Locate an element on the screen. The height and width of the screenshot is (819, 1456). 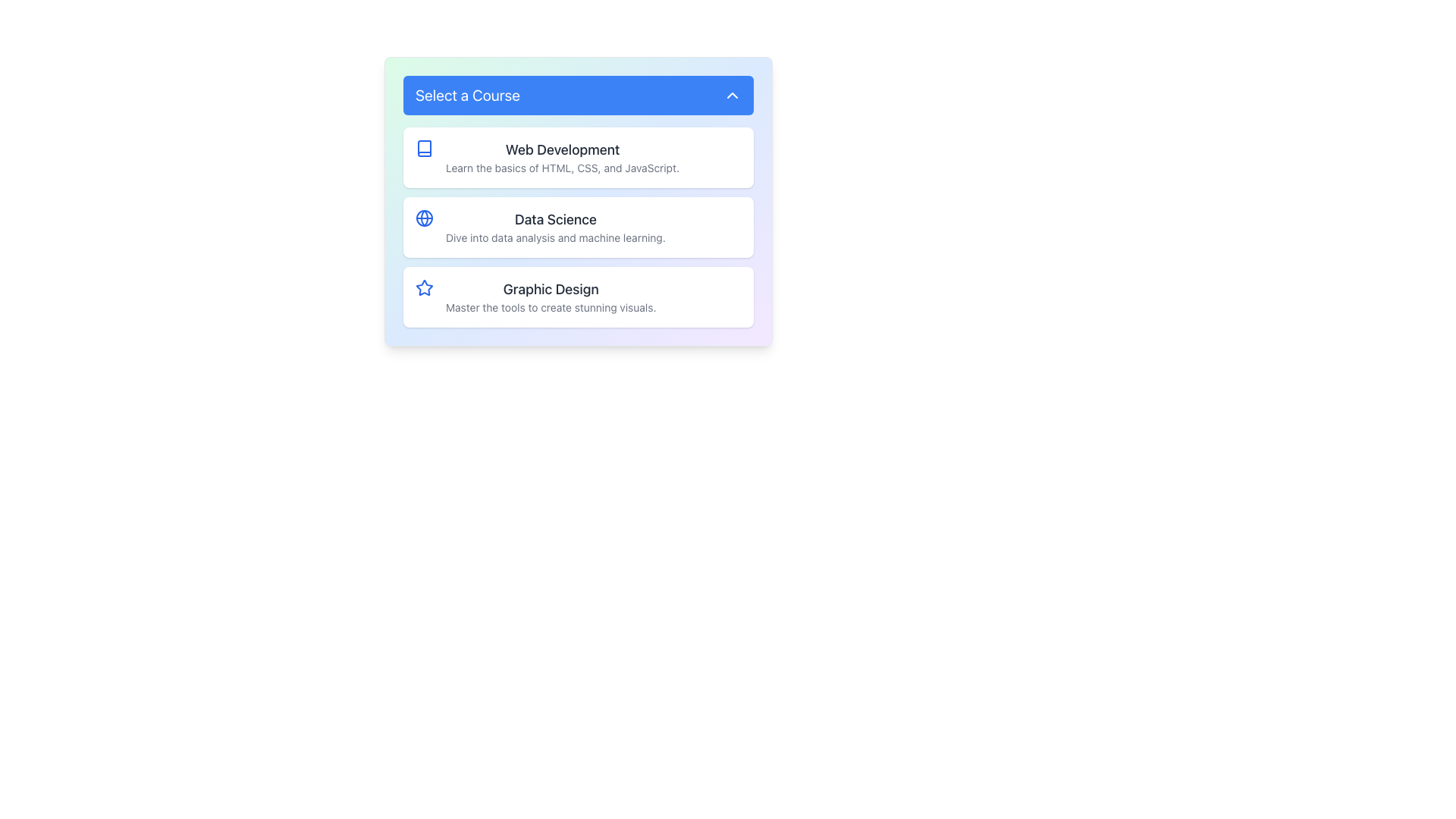
the blue circular globe icon with latitude and longitude curves located to the left of the 'Data Science' title within its card is located at coordinates (425, 218).